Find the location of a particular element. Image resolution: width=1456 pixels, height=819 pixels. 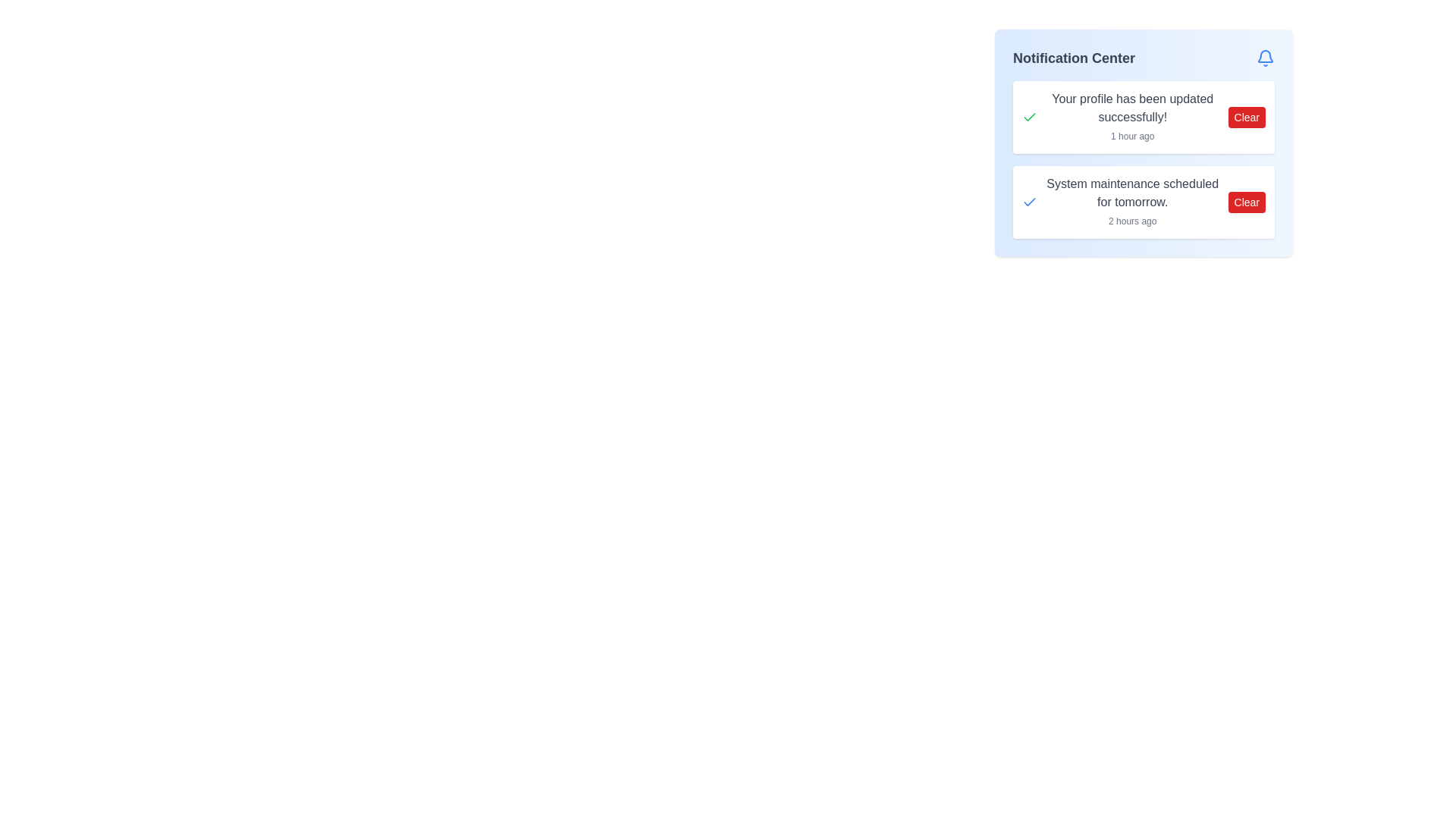

time-related information text label located below the notification message 'Your profile has been updated successfully!' in the top-right corner of the interface is located at coordinates (1132, 136).